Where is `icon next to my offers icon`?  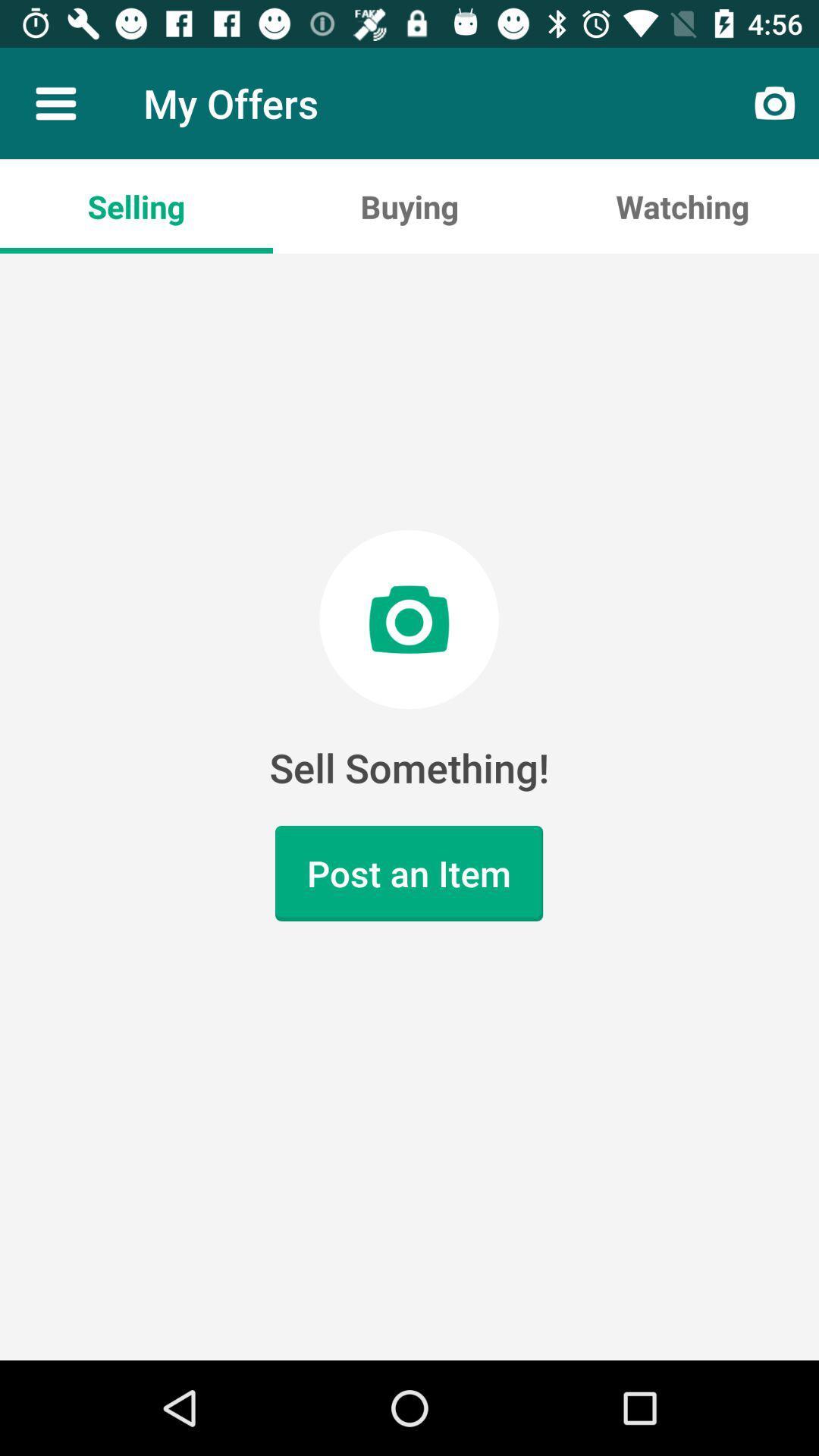
icon next to my offers icon is located at coordinates (55, 102).